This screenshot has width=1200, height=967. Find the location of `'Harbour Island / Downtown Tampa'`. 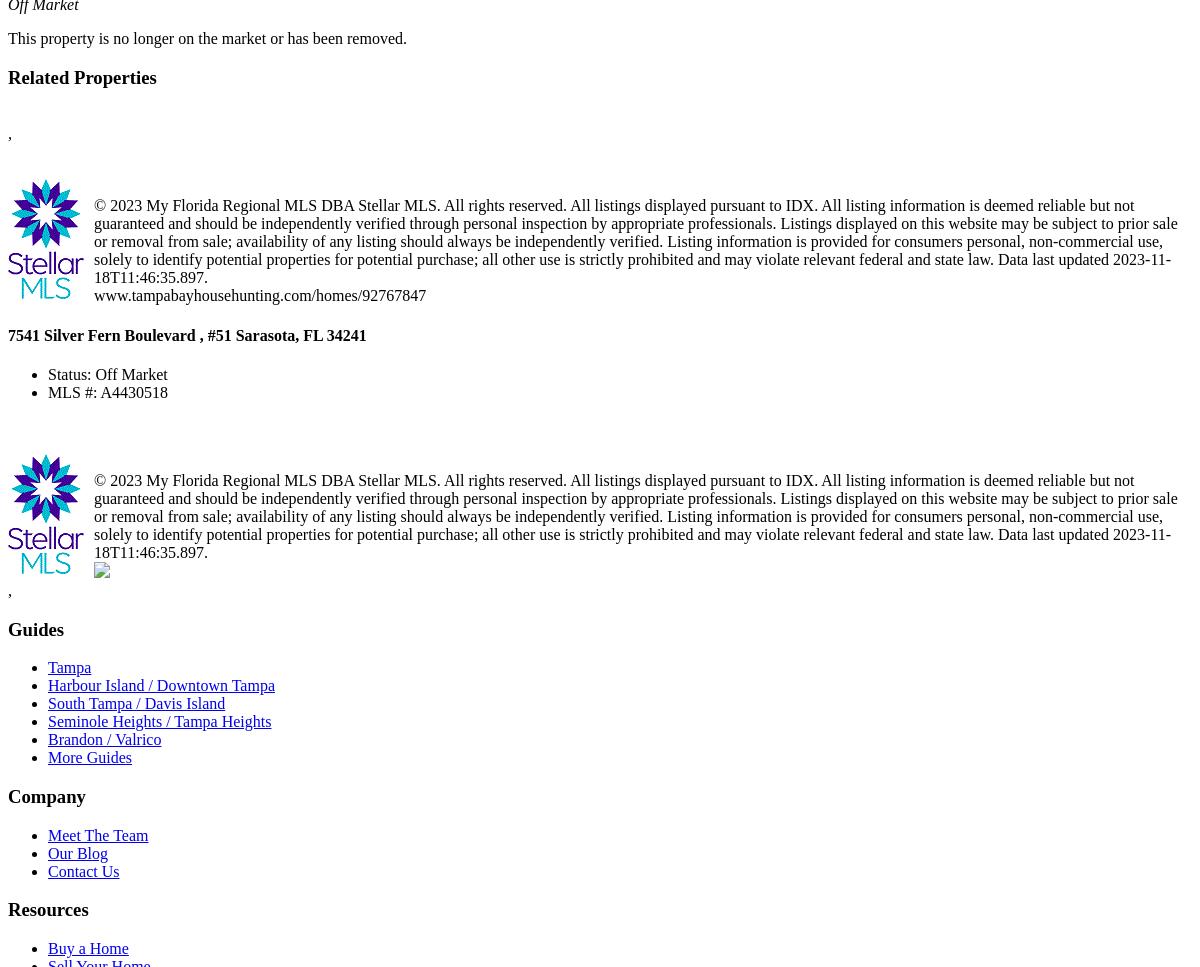

'Harbour Island / Downtown Tampa' is located at coordinates (160, 685).